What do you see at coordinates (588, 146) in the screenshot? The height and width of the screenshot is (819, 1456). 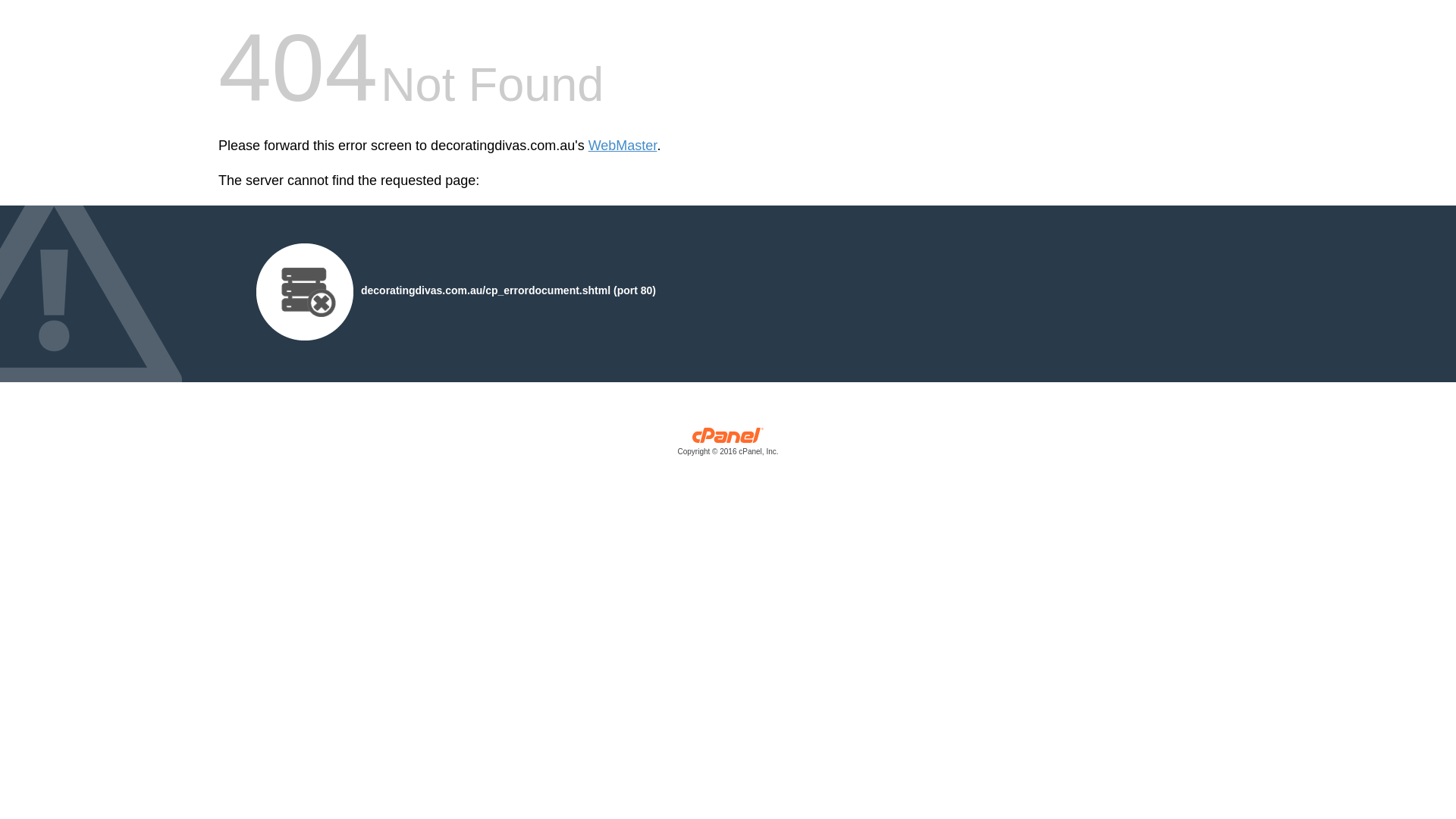 I see `'WebMaster'` at bounding box center [588, 146].